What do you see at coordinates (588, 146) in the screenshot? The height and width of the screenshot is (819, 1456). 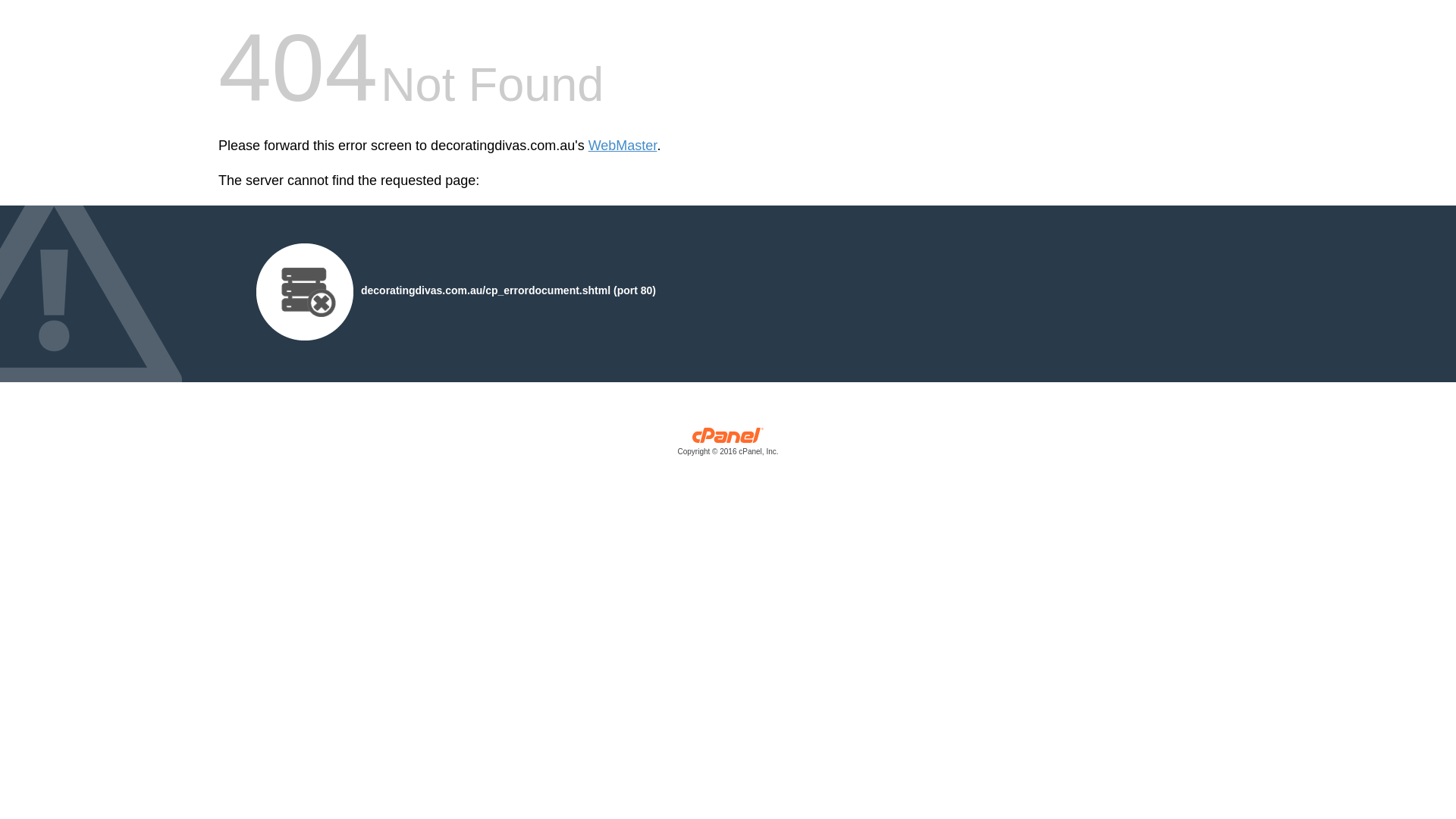 I see `'WebMaster'` at bounding box center [588, 146].